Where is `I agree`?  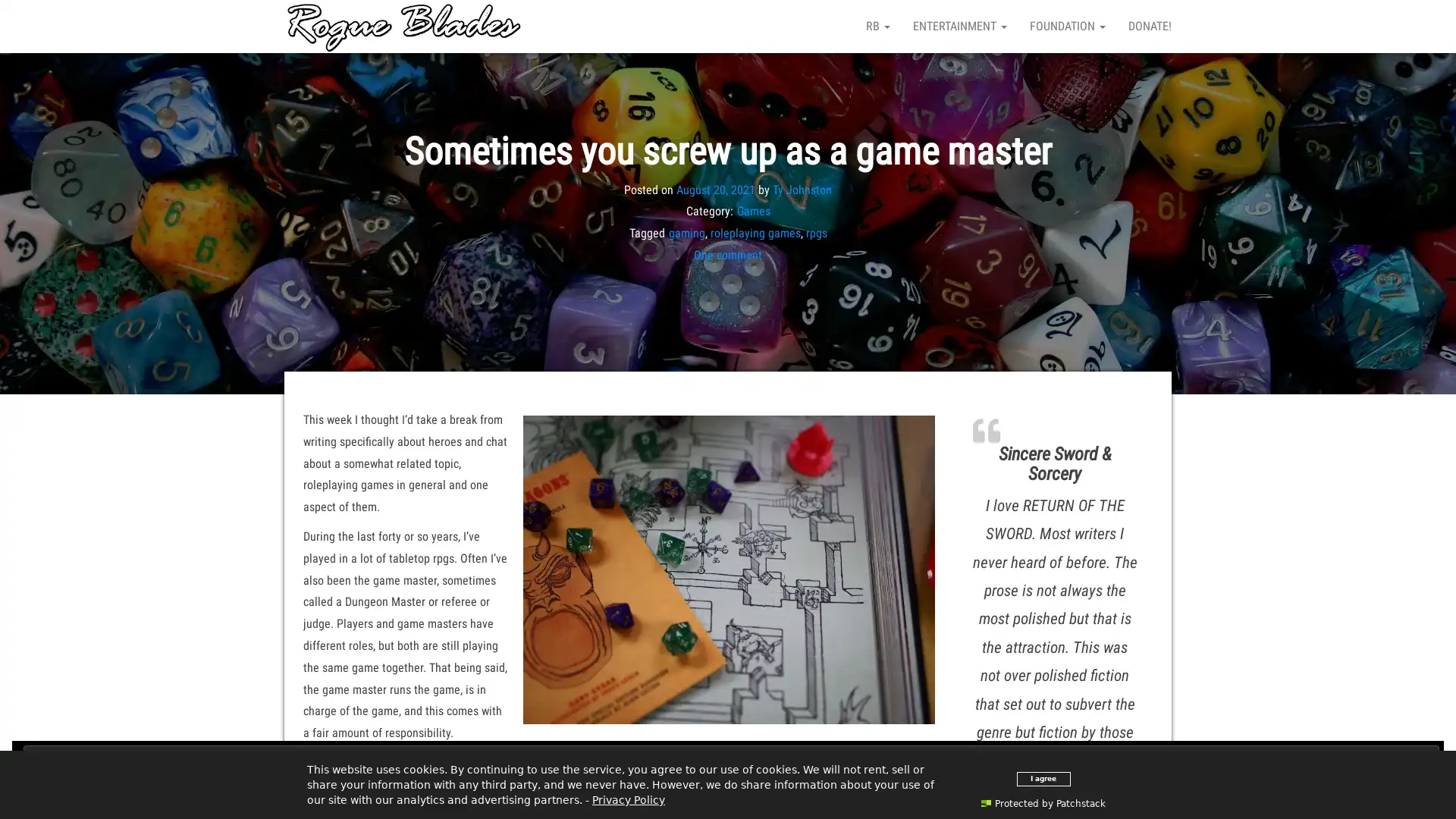 I agree is located at coordinates (1042, 778).